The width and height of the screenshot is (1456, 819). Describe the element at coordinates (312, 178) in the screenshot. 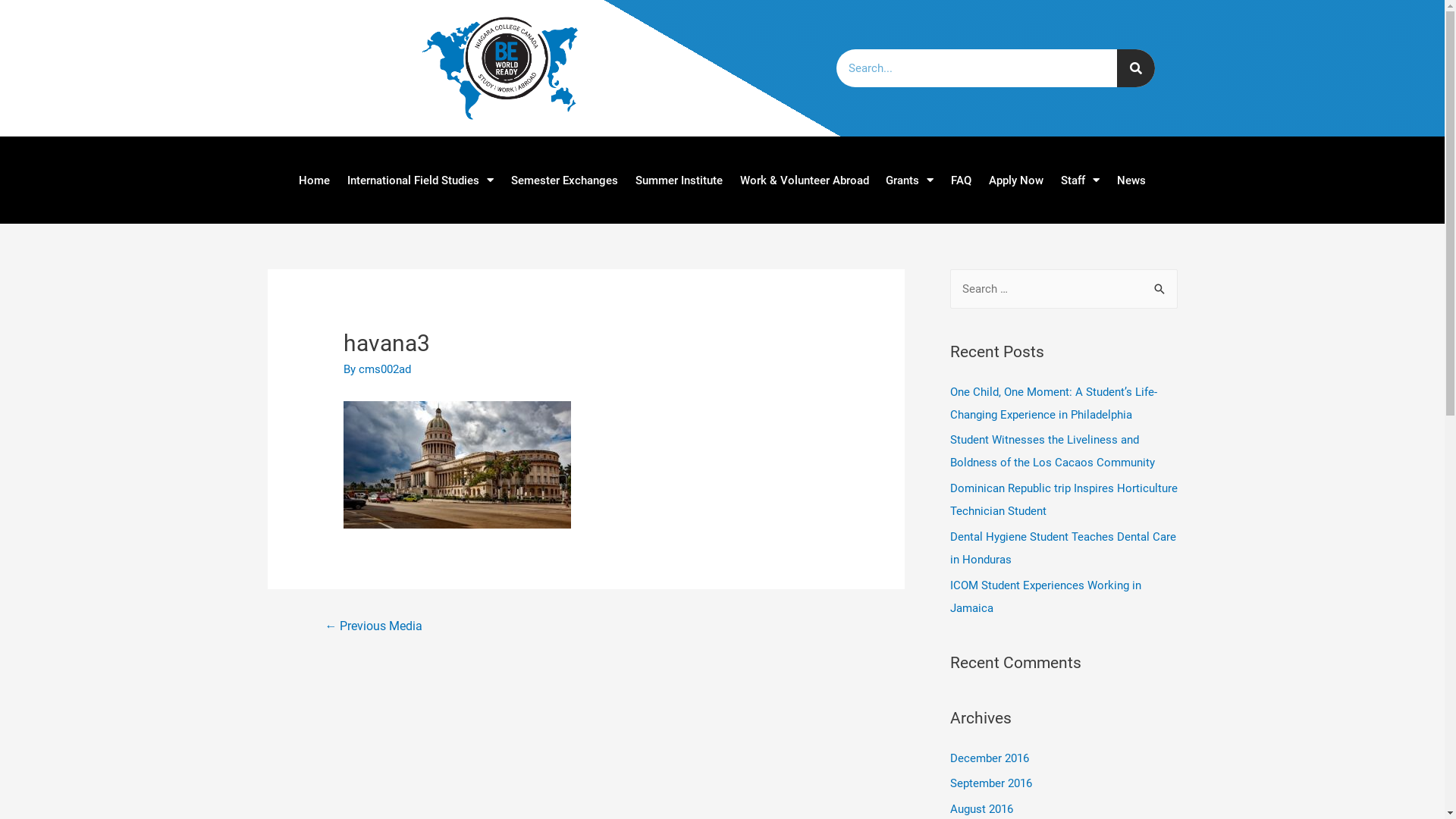

I see `'Home'` at that location.